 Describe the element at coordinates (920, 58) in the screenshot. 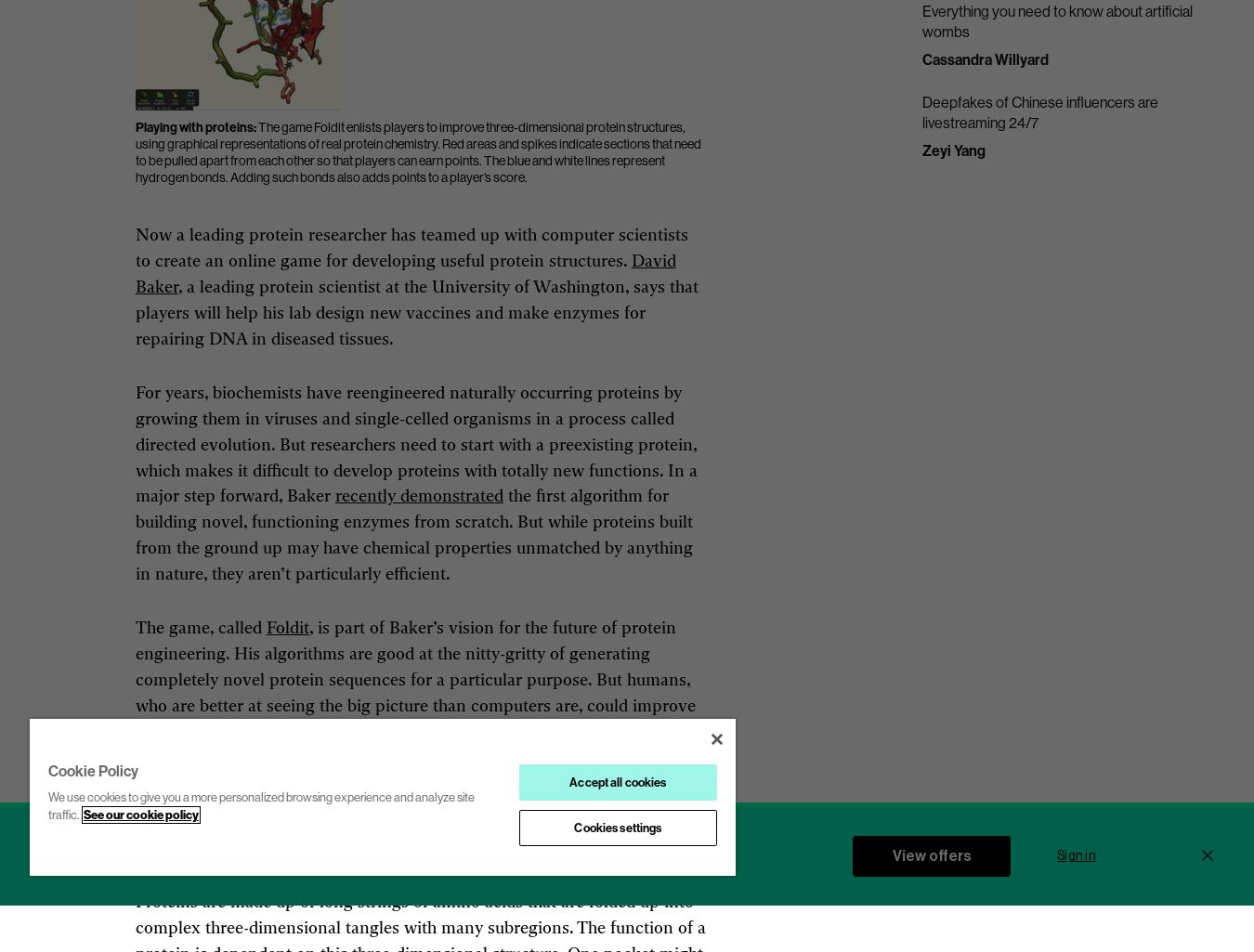

I see `'Cassandra Willyard'` at that location.